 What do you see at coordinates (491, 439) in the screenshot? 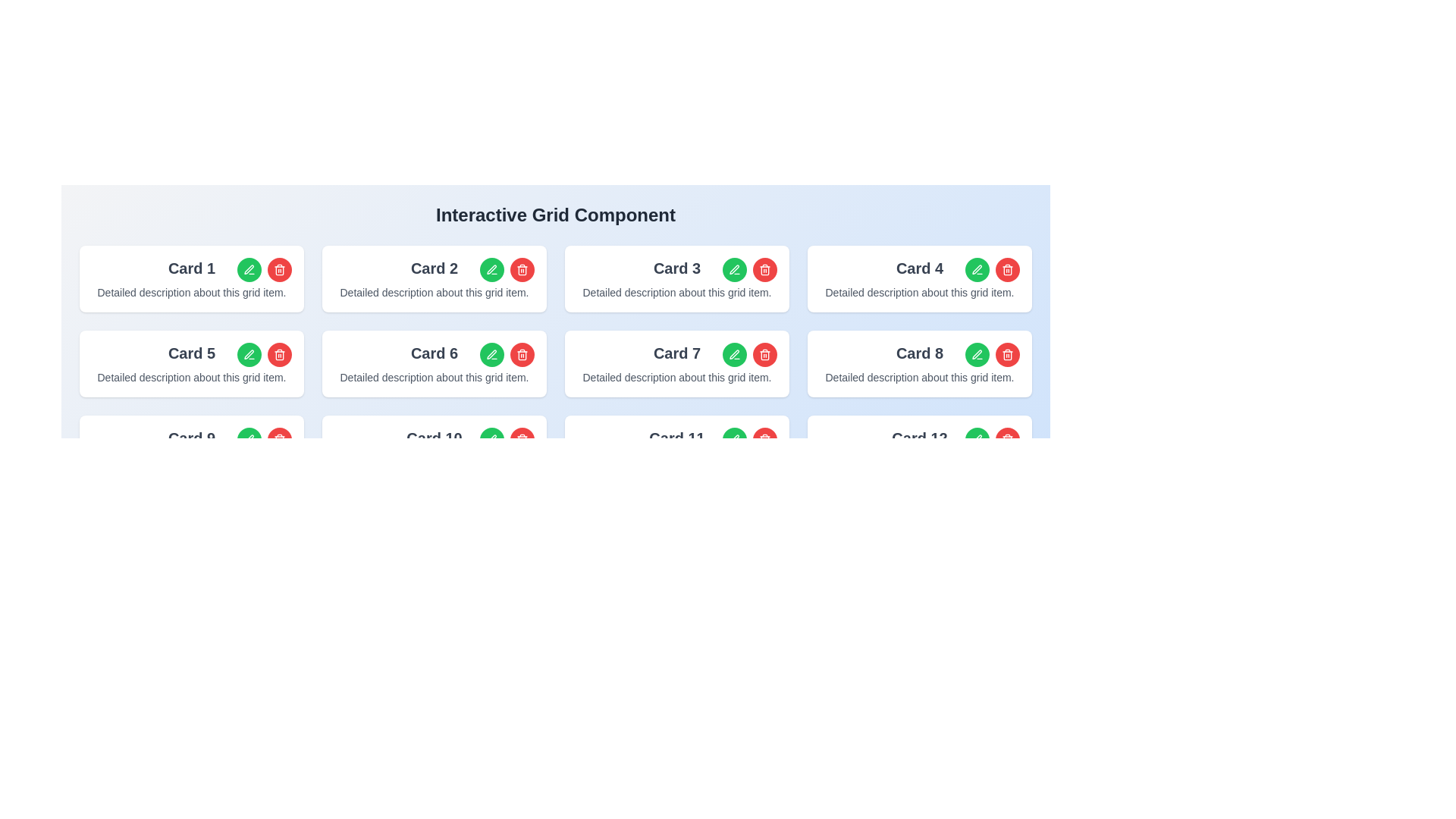
I see `the green circular edit button with a pen icon located in 'Card 6', second row and third column of the grid layout to initiate editing` at bounding box center [491, 439].